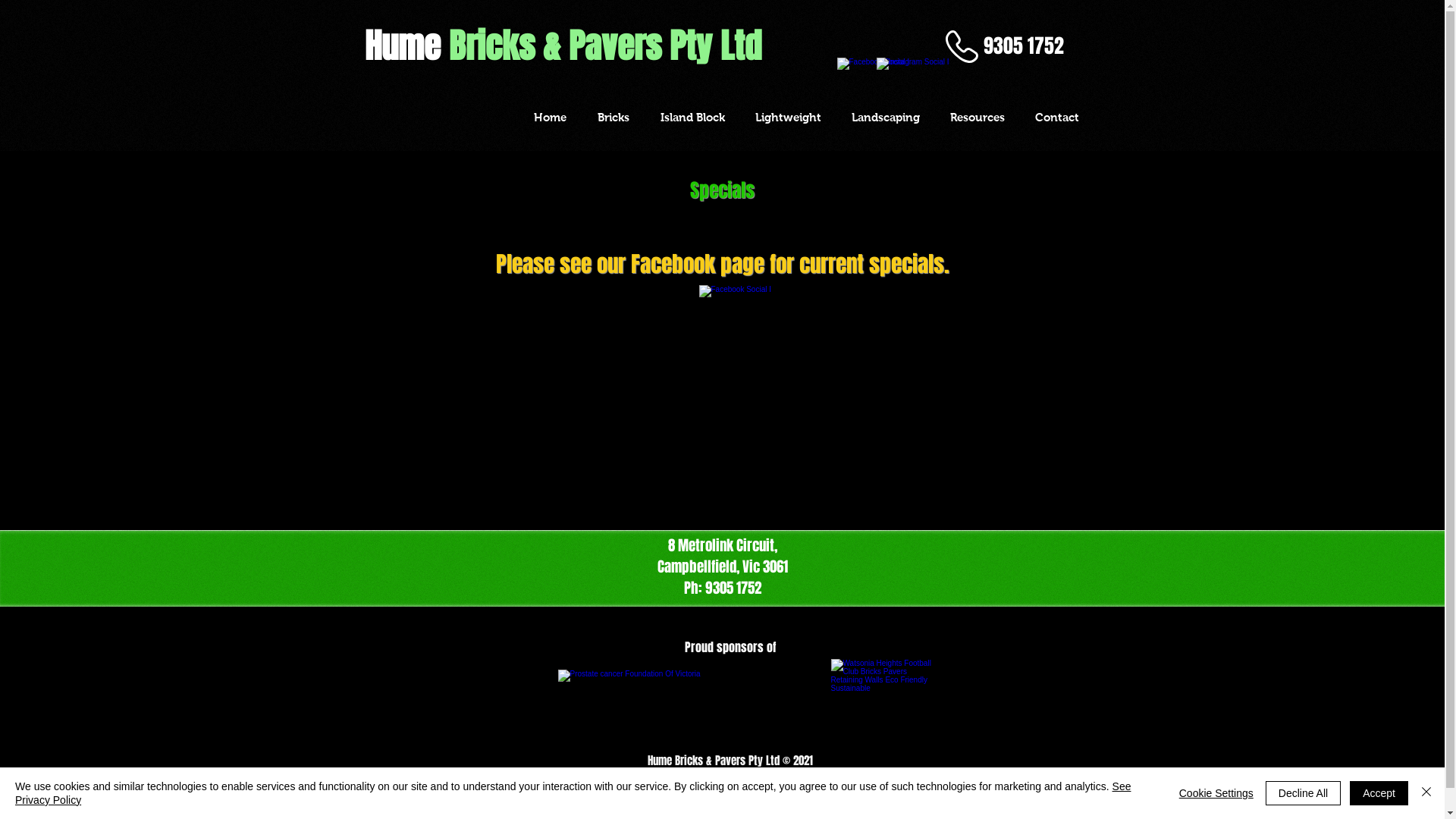  I want to click on 'Home', so click(549, 116).